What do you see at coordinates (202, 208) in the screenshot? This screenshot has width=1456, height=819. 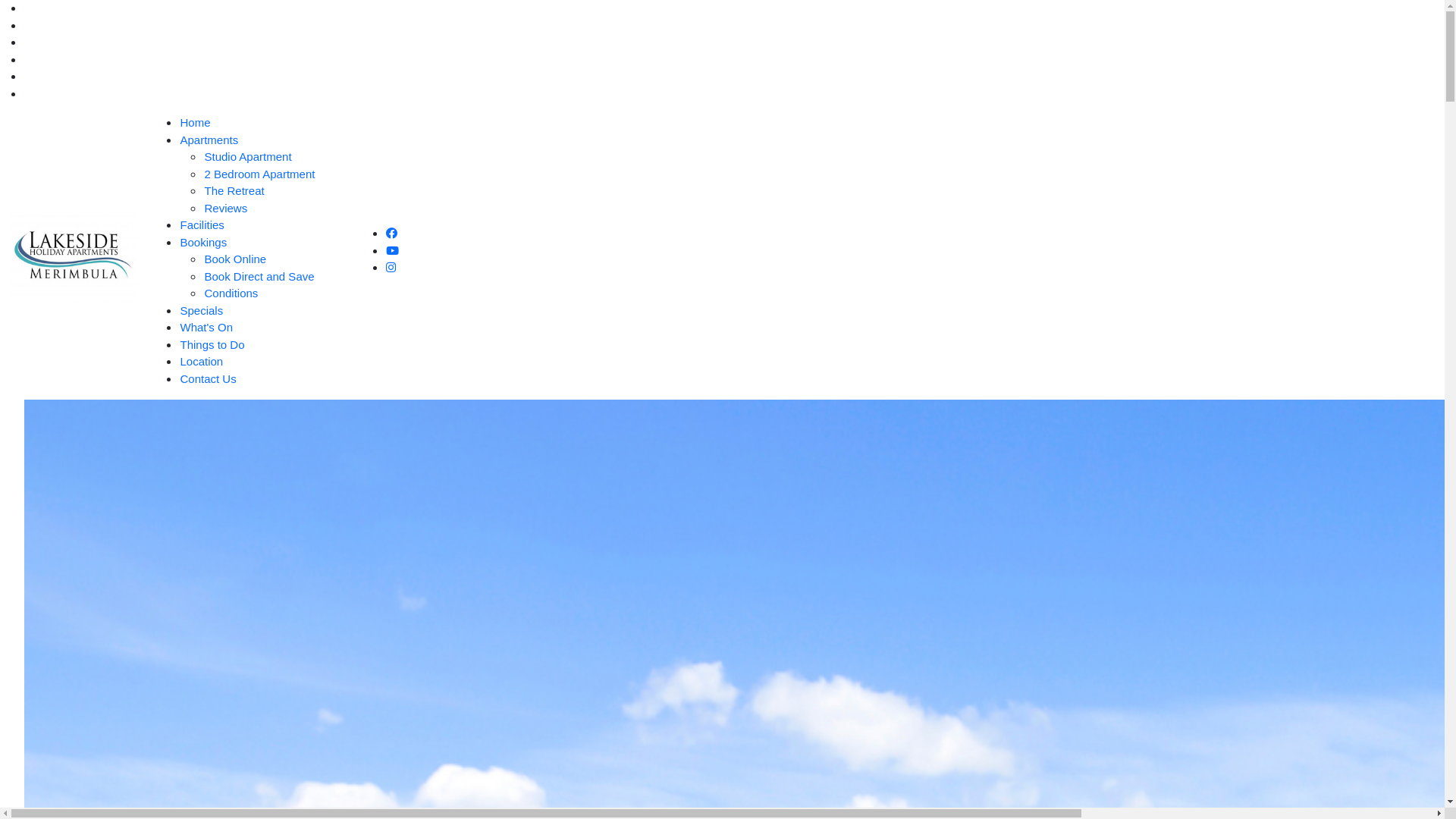 I see `'Reviews'` at bounding box center [202, 208].